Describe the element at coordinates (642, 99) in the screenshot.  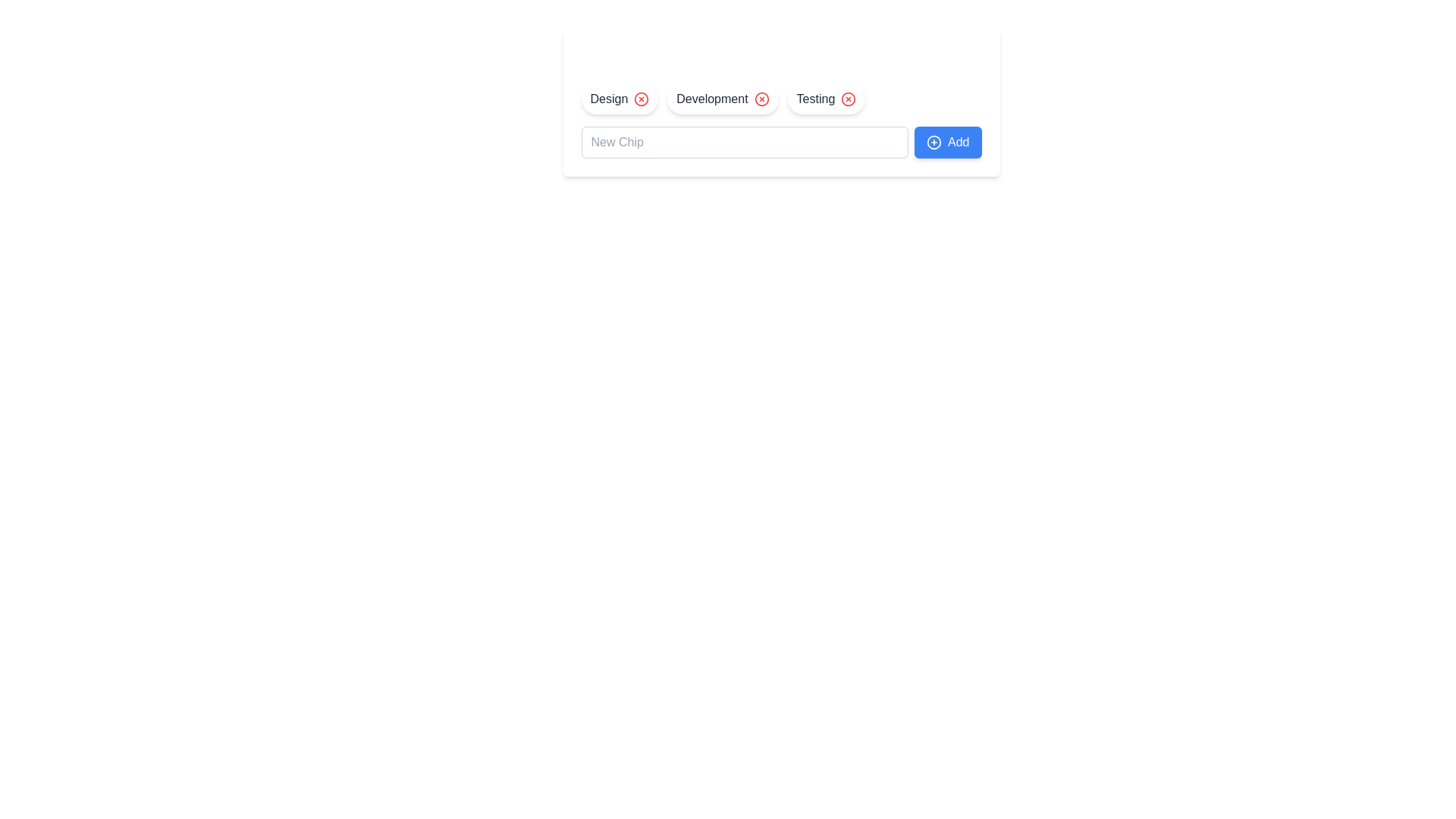
I see `the chip labeled Design by clicking its delete icon` at that location.